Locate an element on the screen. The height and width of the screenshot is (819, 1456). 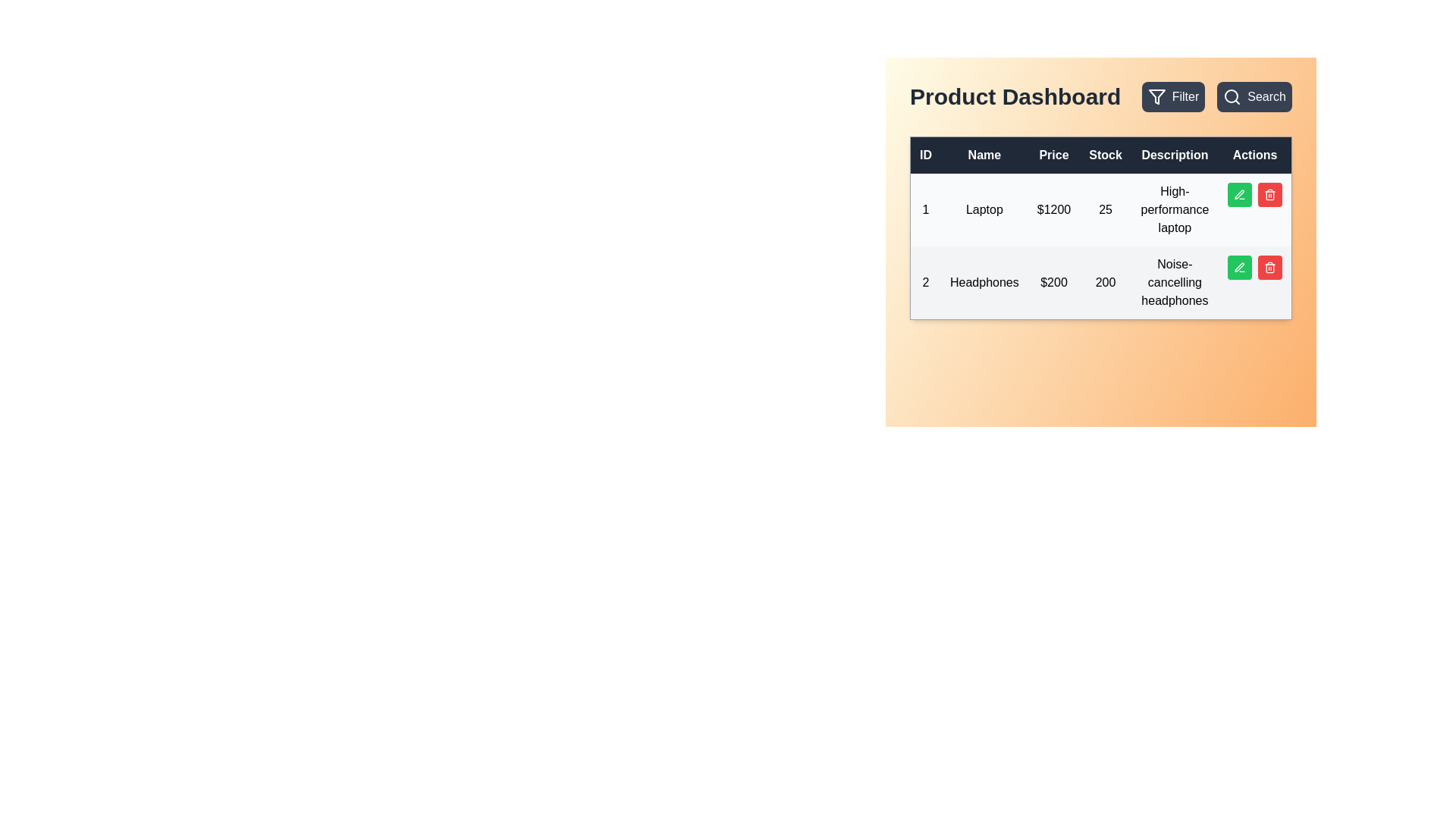
the static text element displaying 'Noise-cancelling headphones', which is the last cell in the 'Description' column of the second row in the product table is located at coordinates (1174, 283).